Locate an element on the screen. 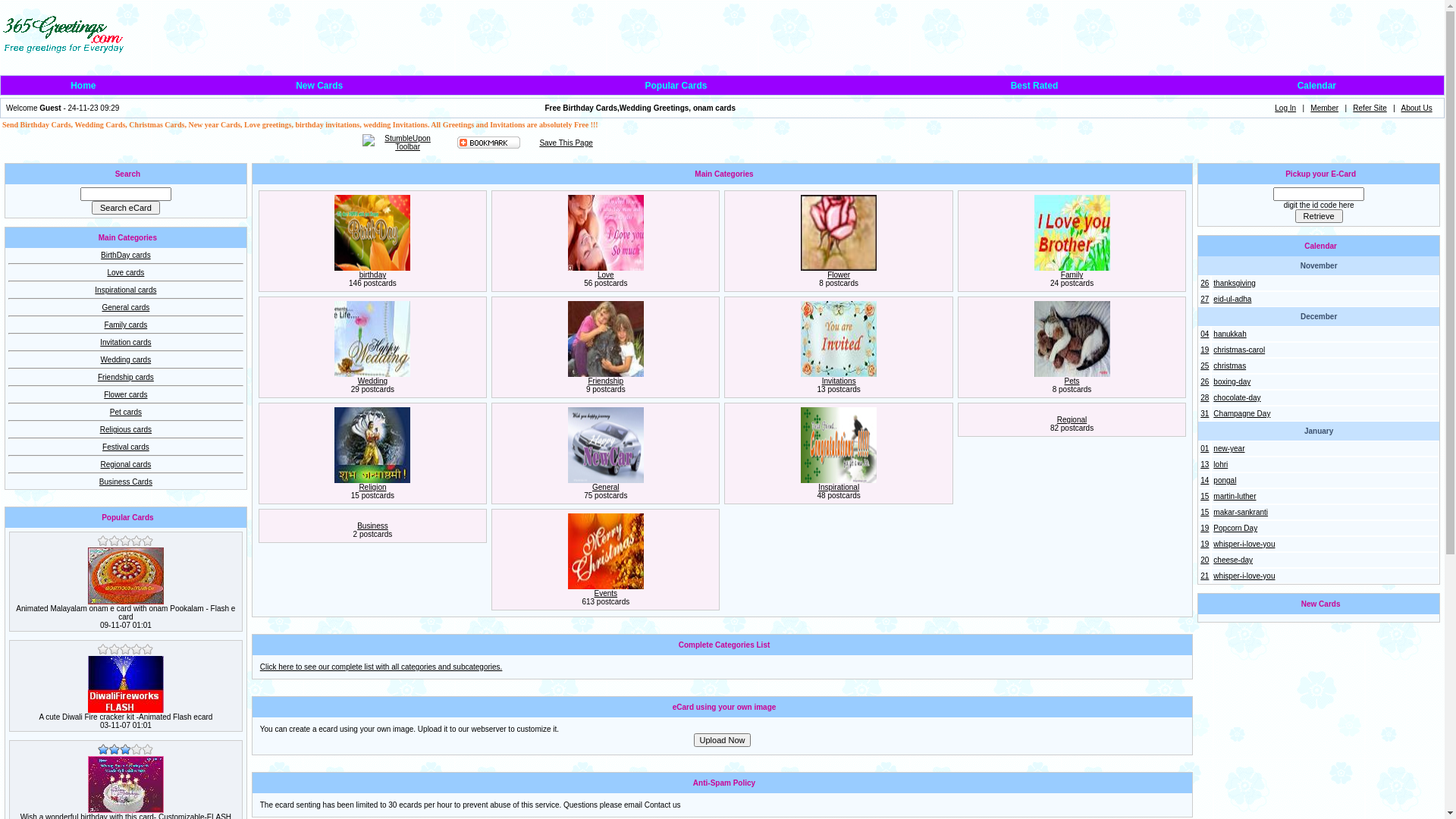 The image size is (1456, 819). 'Log In' is located at coordinates (1284, 107).